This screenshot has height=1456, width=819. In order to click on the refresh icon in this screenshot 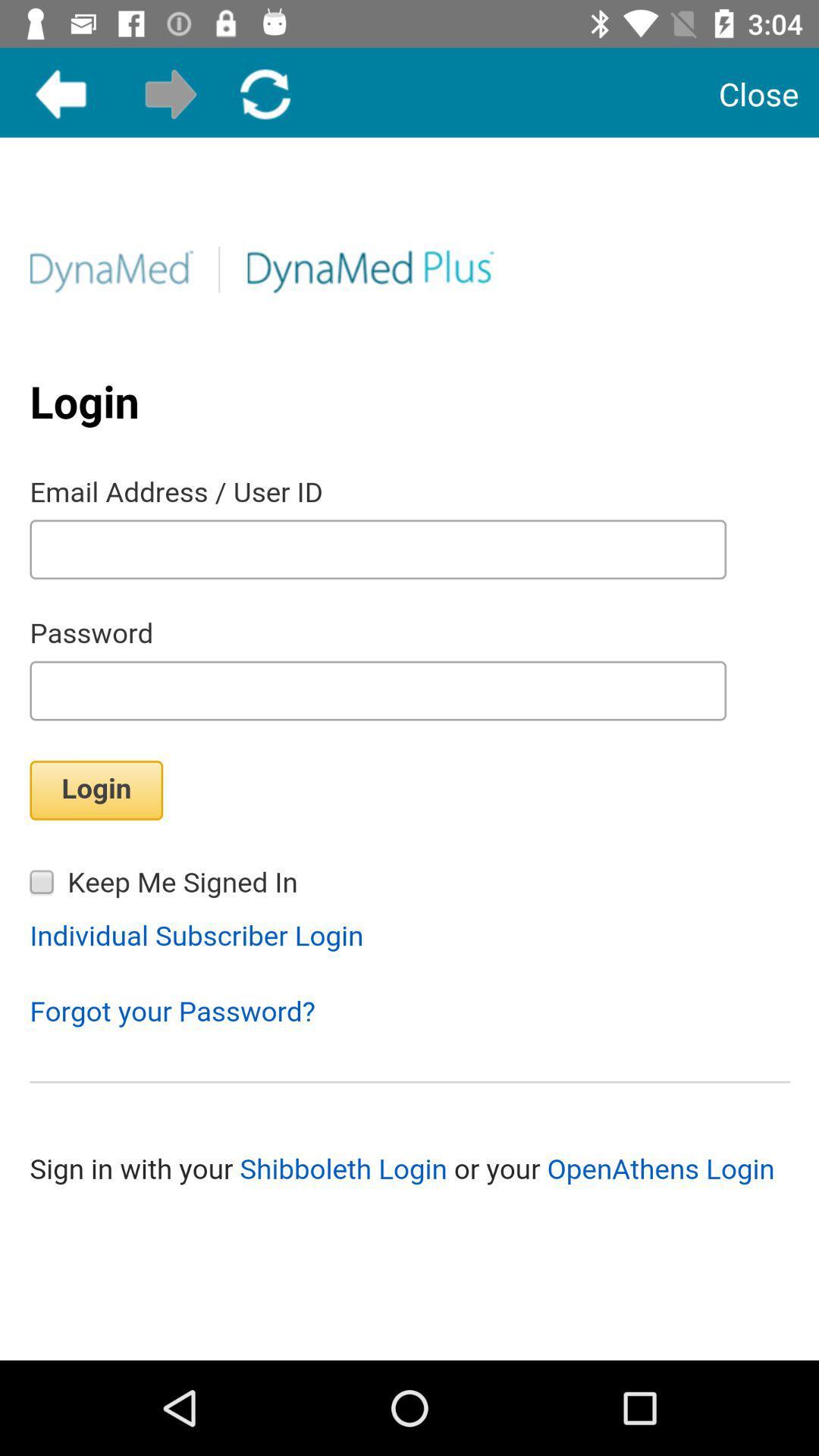, I will do `click(265, 93)`.